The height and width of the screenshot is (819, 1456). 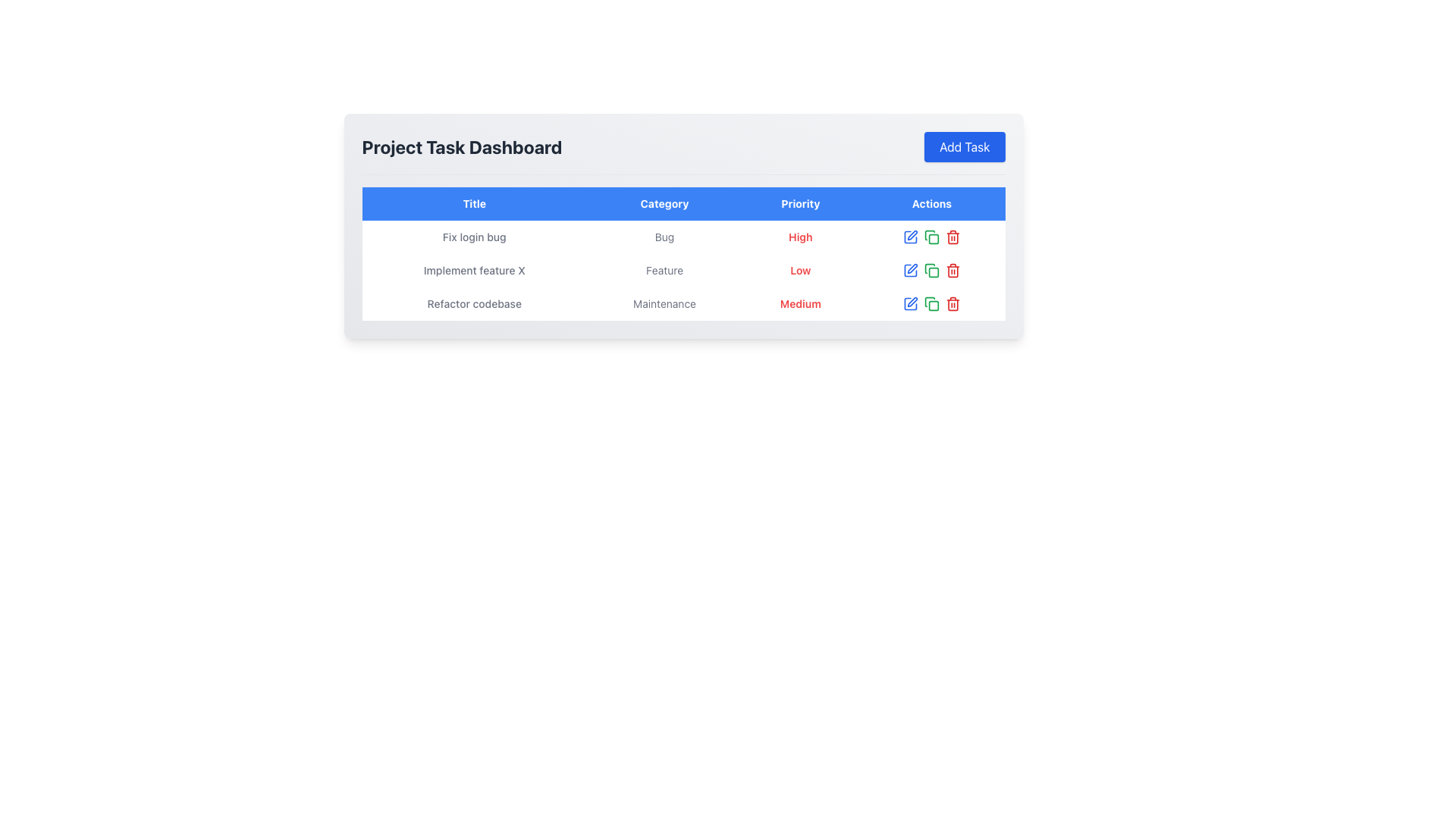 I want to click on the icon in the 'Actions' column of the row labeled 'Implement feature X', so click(x=930, y=270).